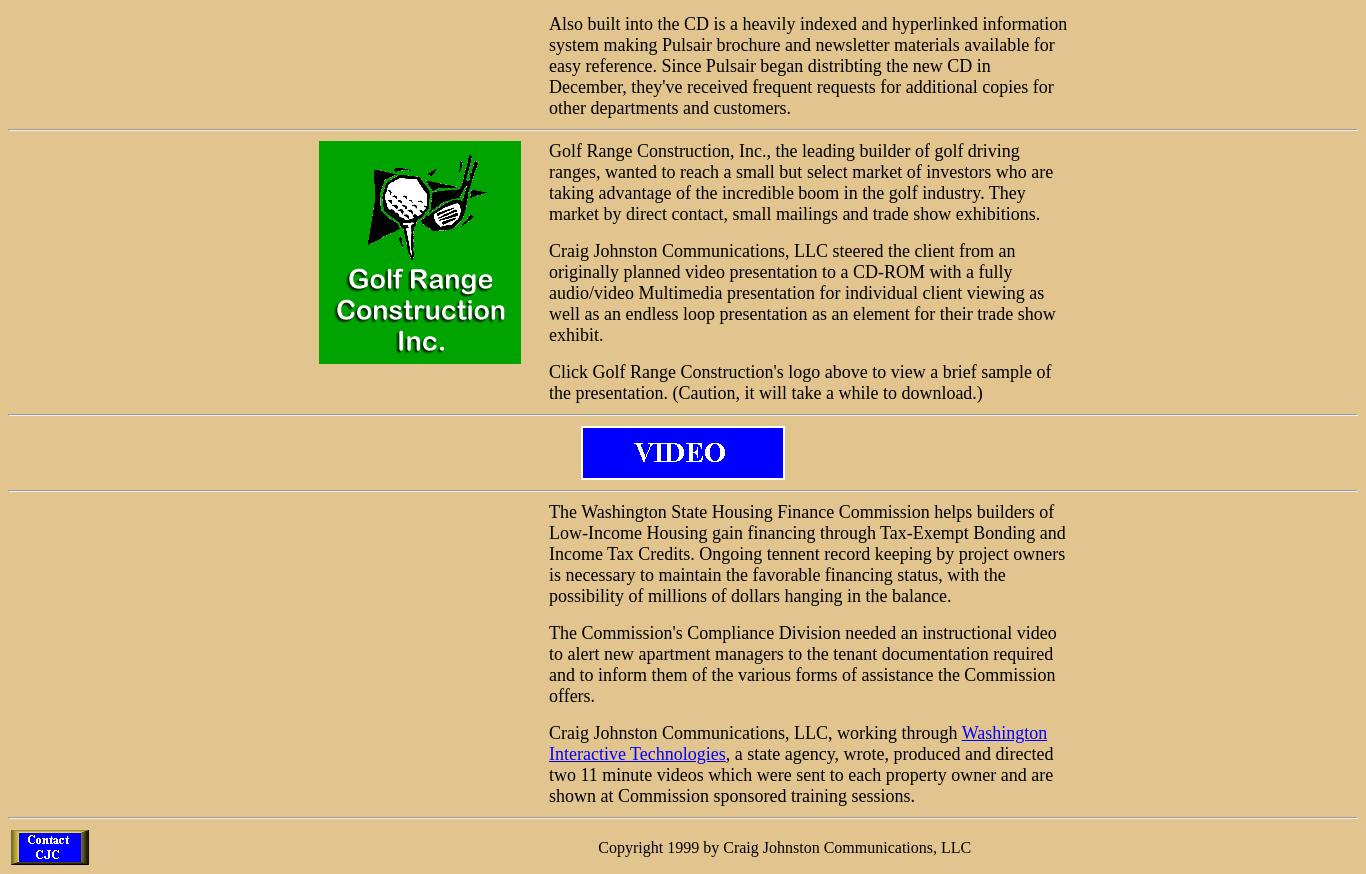  I want to click on 'Craig Johnston Communications, LLC steered the client from an originally planned
    video presentation to a CD-ROM with a fully audio/video Multimedia presentation for
    individual client viewing as well as an endless loop presentation as an element for their
    trade show exhibit.', so click(800, 291).